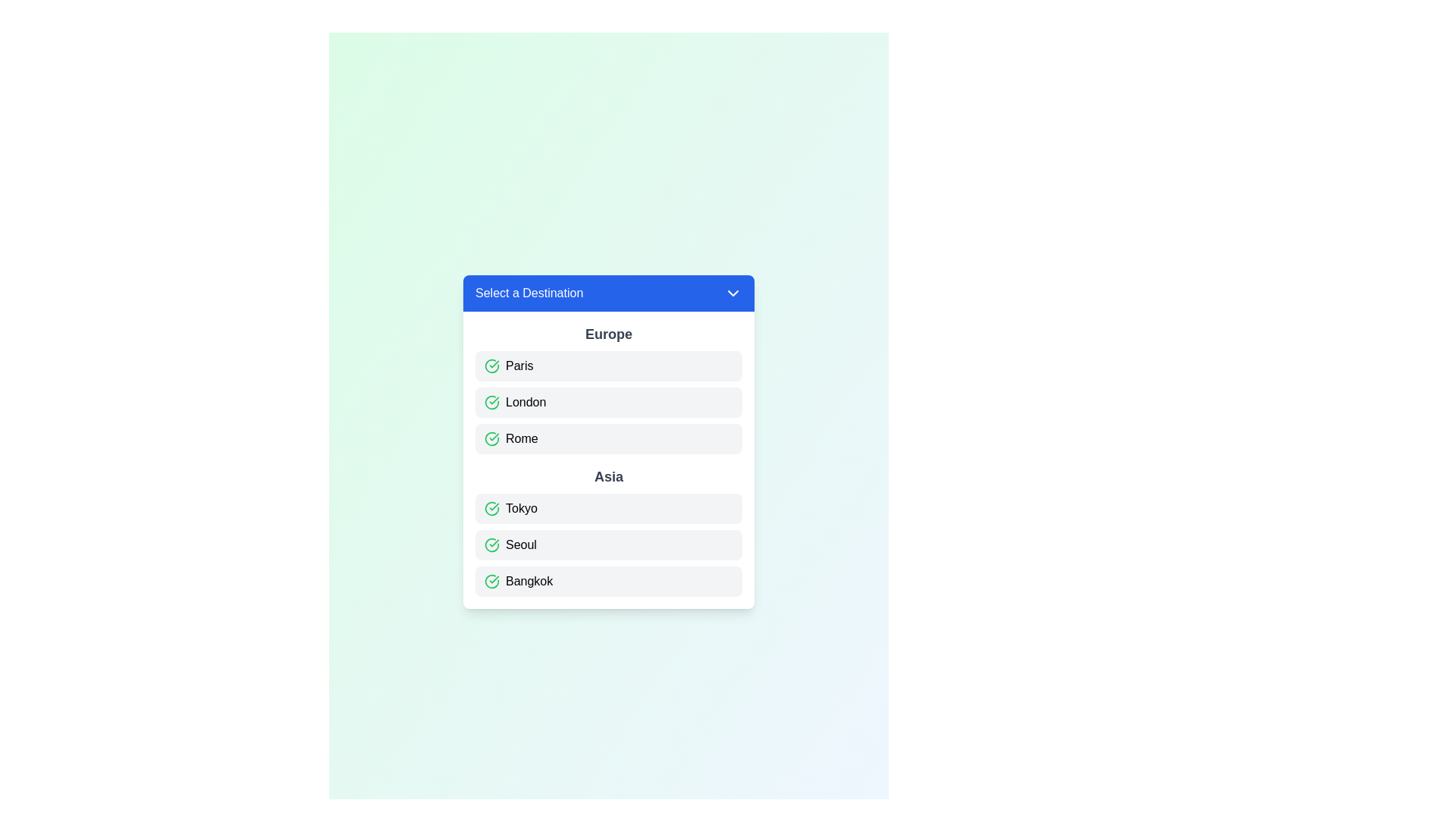  I want to click on the selectable item button labeled 'London', so click(608, 402).